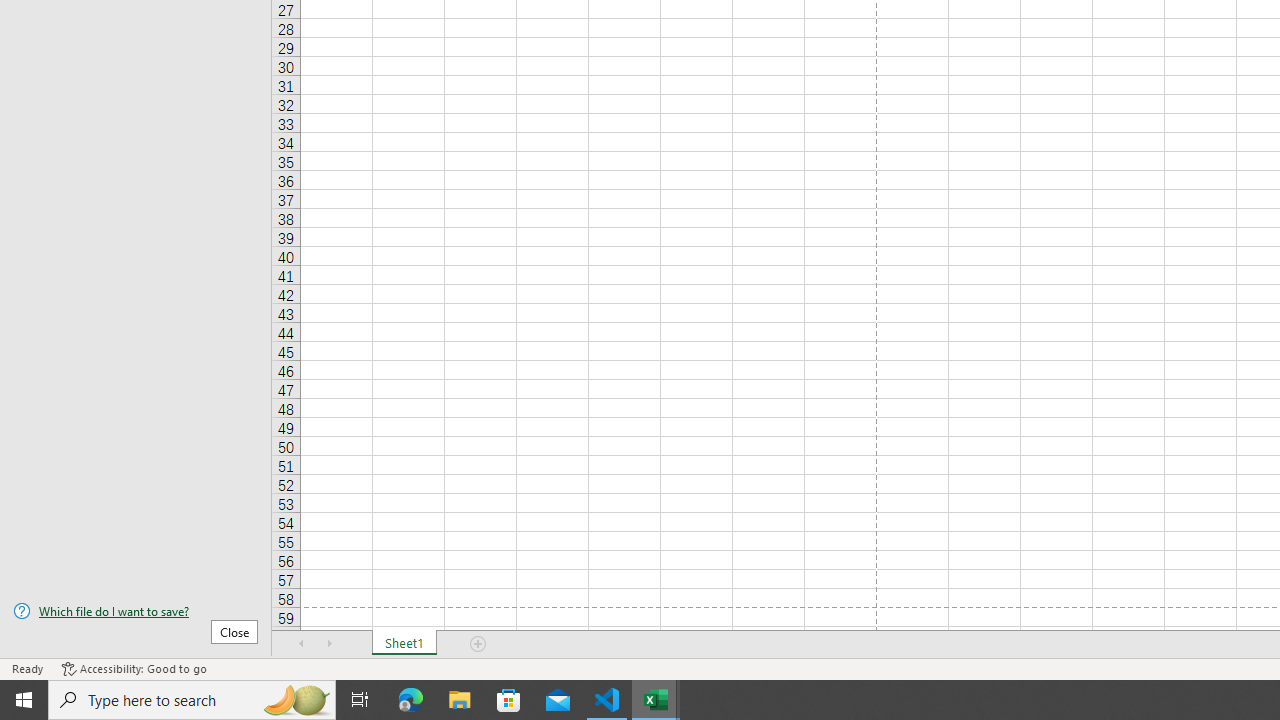 Image resolution: width=1280 pixels, height=720 pixels. I want to click on 'Microsoft Store', so click(509, 698).